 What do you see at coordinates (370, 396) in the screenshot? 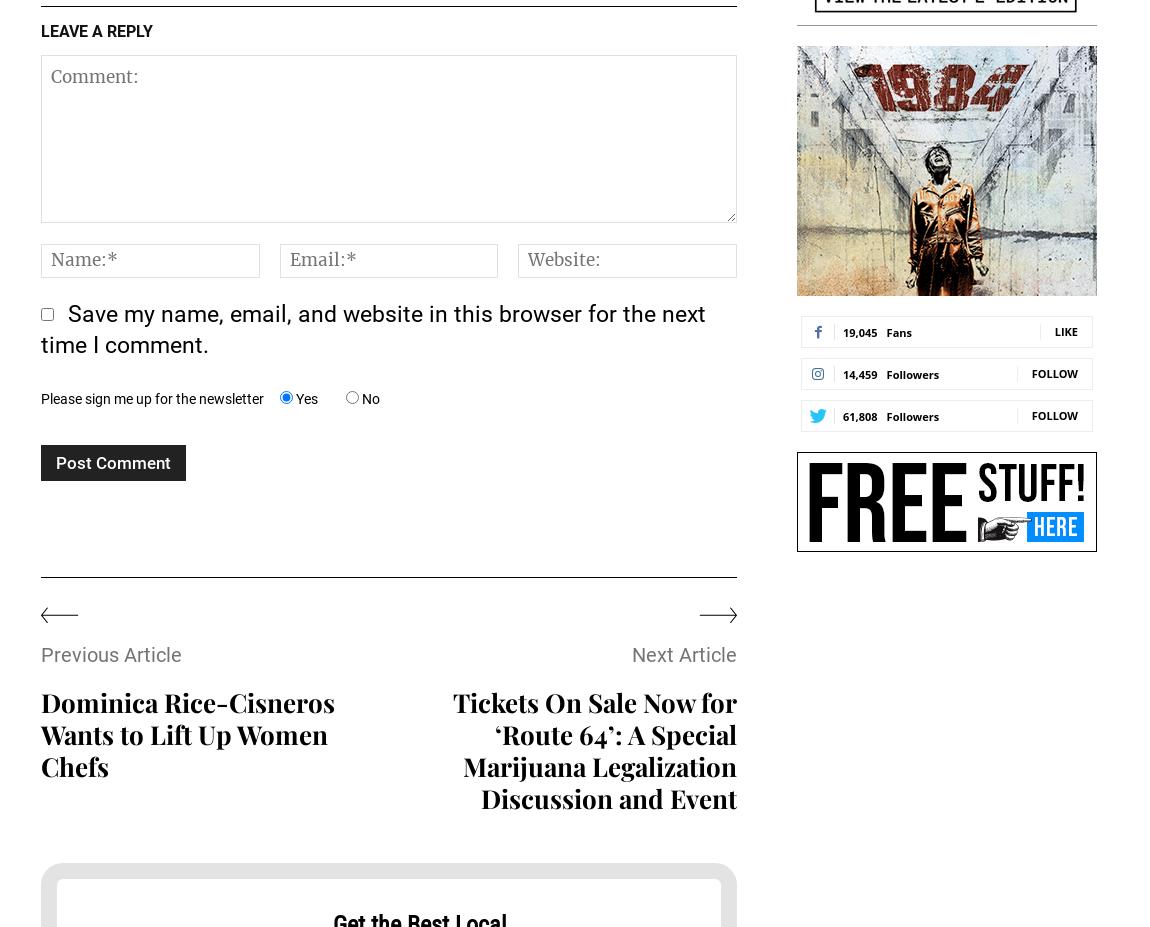
I see `'No'` at bounding box center [370, 396].